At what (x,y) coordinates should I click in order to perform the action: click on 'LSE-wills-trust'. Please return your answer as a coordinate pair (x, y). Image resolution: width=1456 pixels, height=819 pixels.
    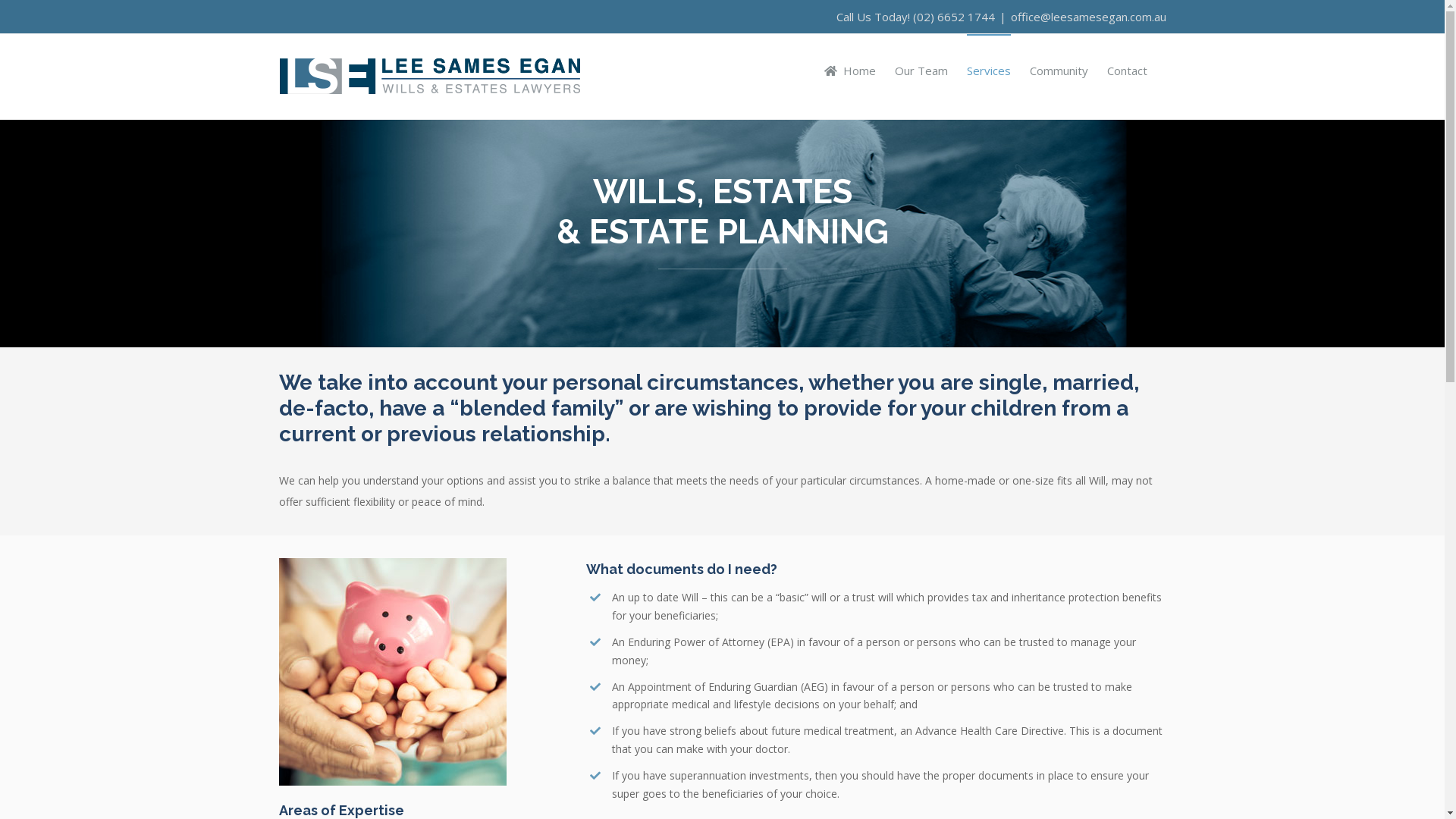
    Looking at the image, I should click on (279, 671).